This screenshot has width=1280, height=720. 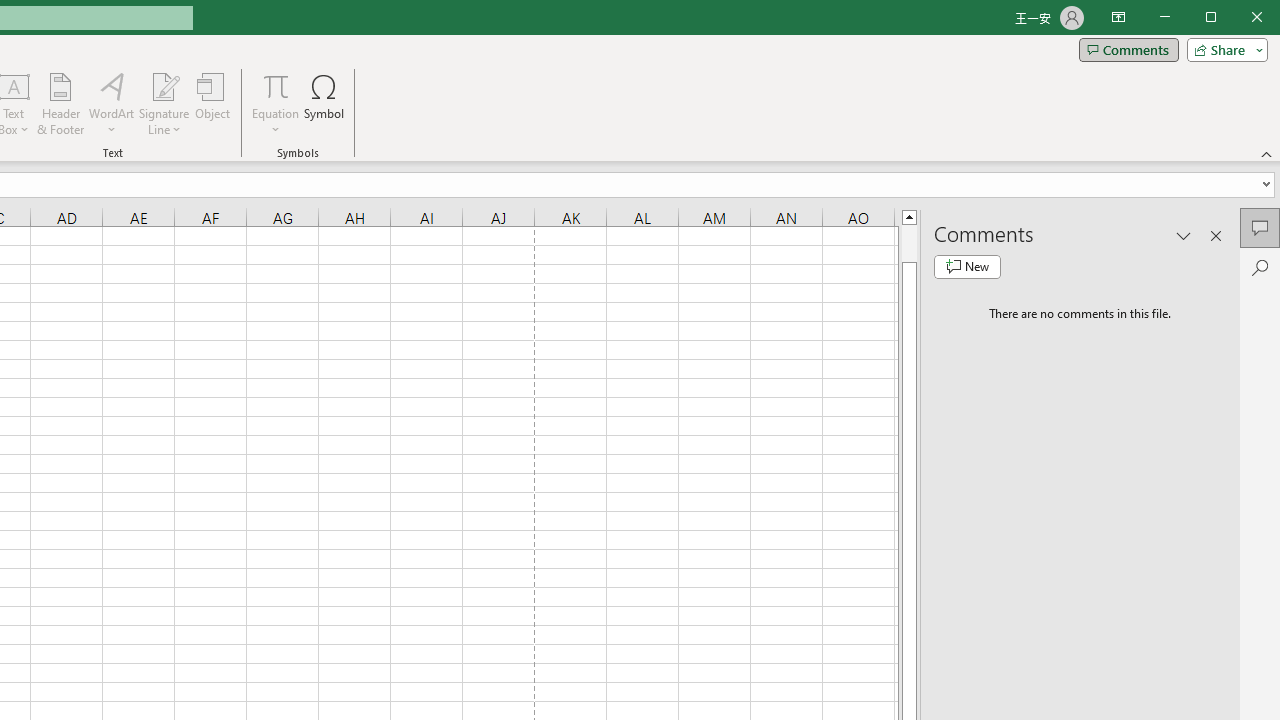 What do you see at coordinates (1216, 19) in the screenshot?
I see `'Minimize'` at bounding box center [1216, 19].